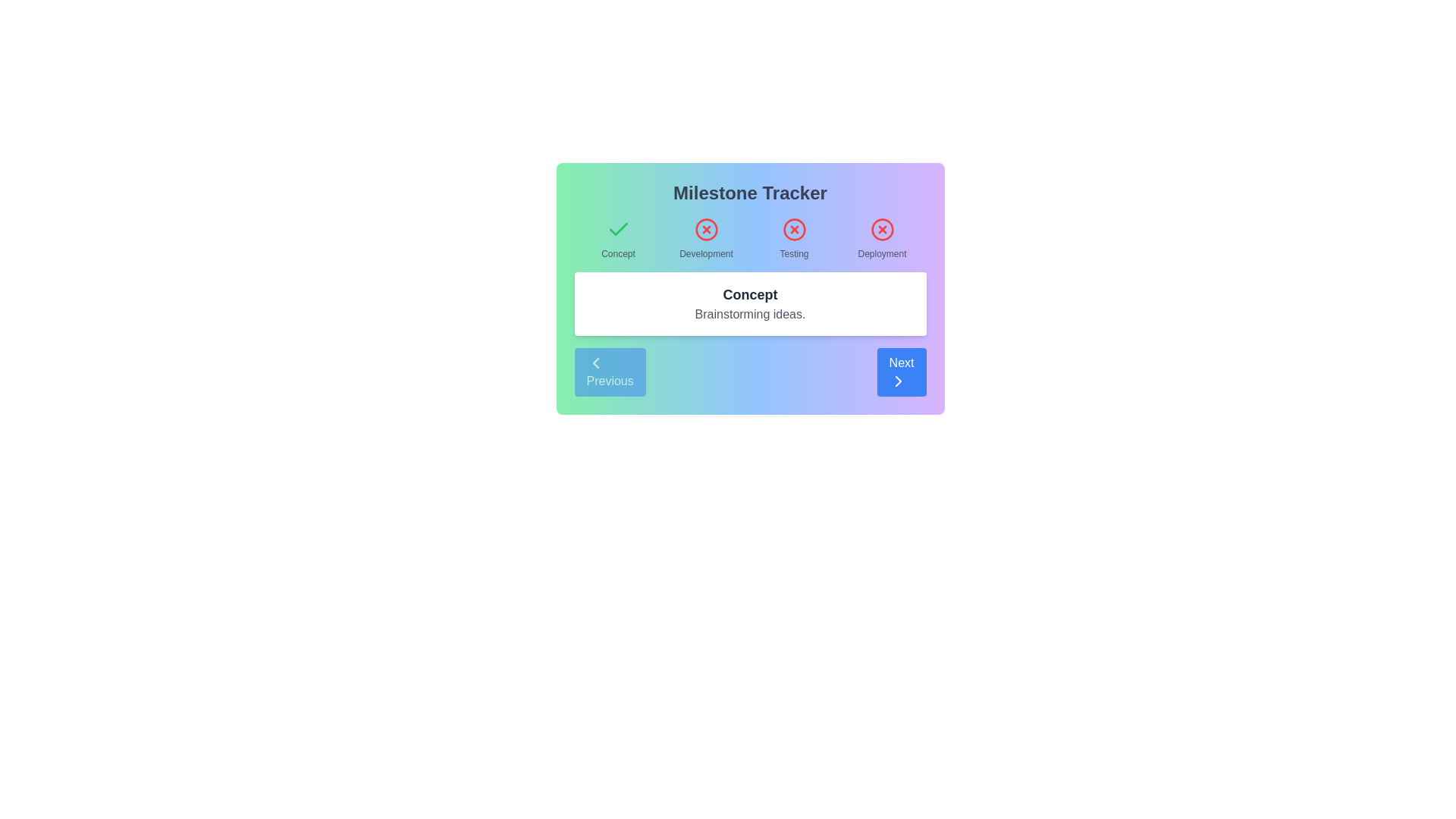  Describe the element at coordinates (793, 230) in the screenshot. I see `the circular shape with a red stroke and red background, which is part of the milestone tracker interface and represents the third milestone labeled 'Testing'` at that location.